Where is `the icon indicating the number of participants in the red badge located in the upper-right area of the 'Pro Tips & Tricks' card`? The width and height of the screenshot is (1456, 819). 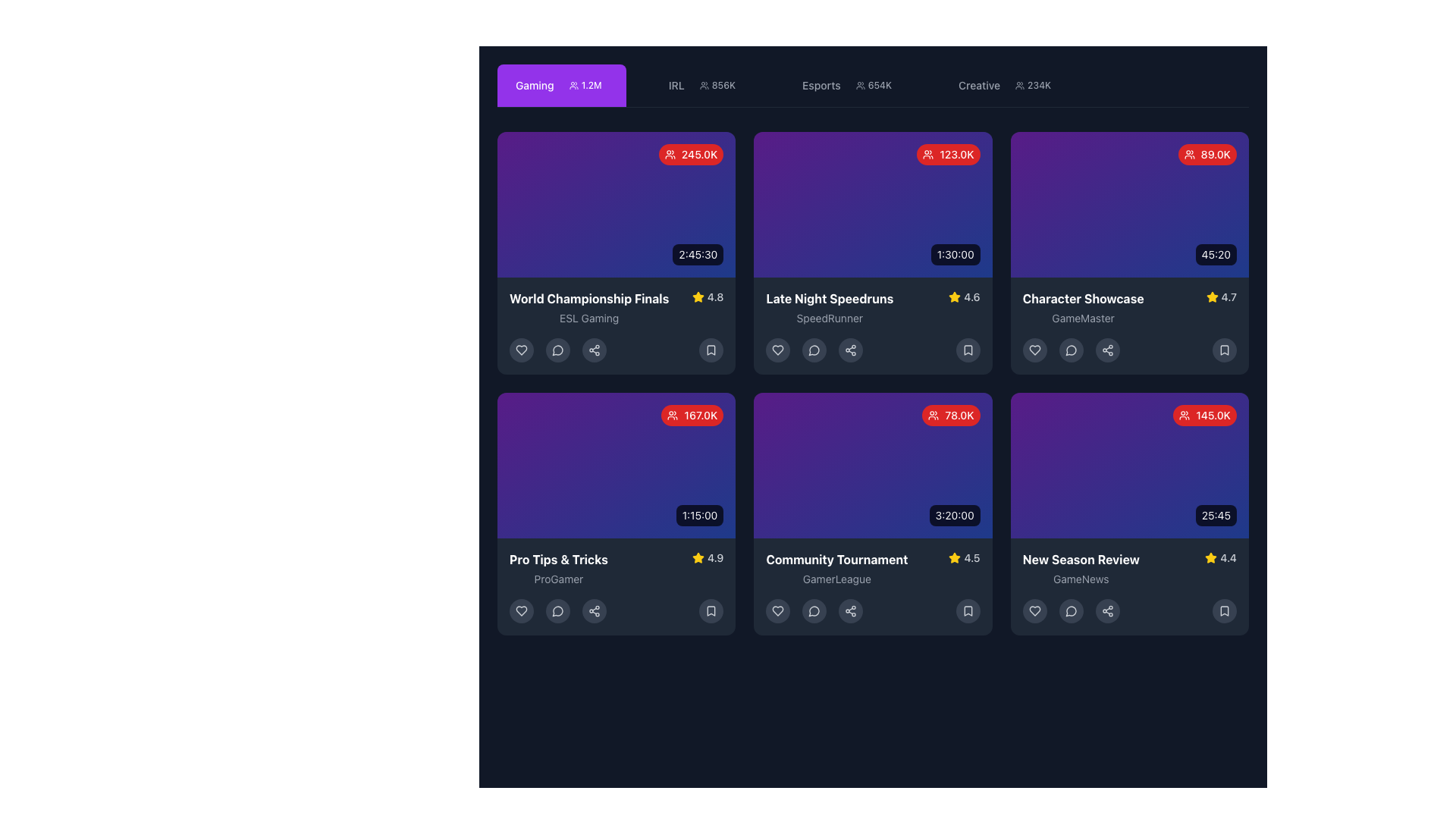
the icon indicating the number of participants in the red badge located in the upper-right area of the 'Pro Tips & Tricks' card is located at coordinates (672, 415).